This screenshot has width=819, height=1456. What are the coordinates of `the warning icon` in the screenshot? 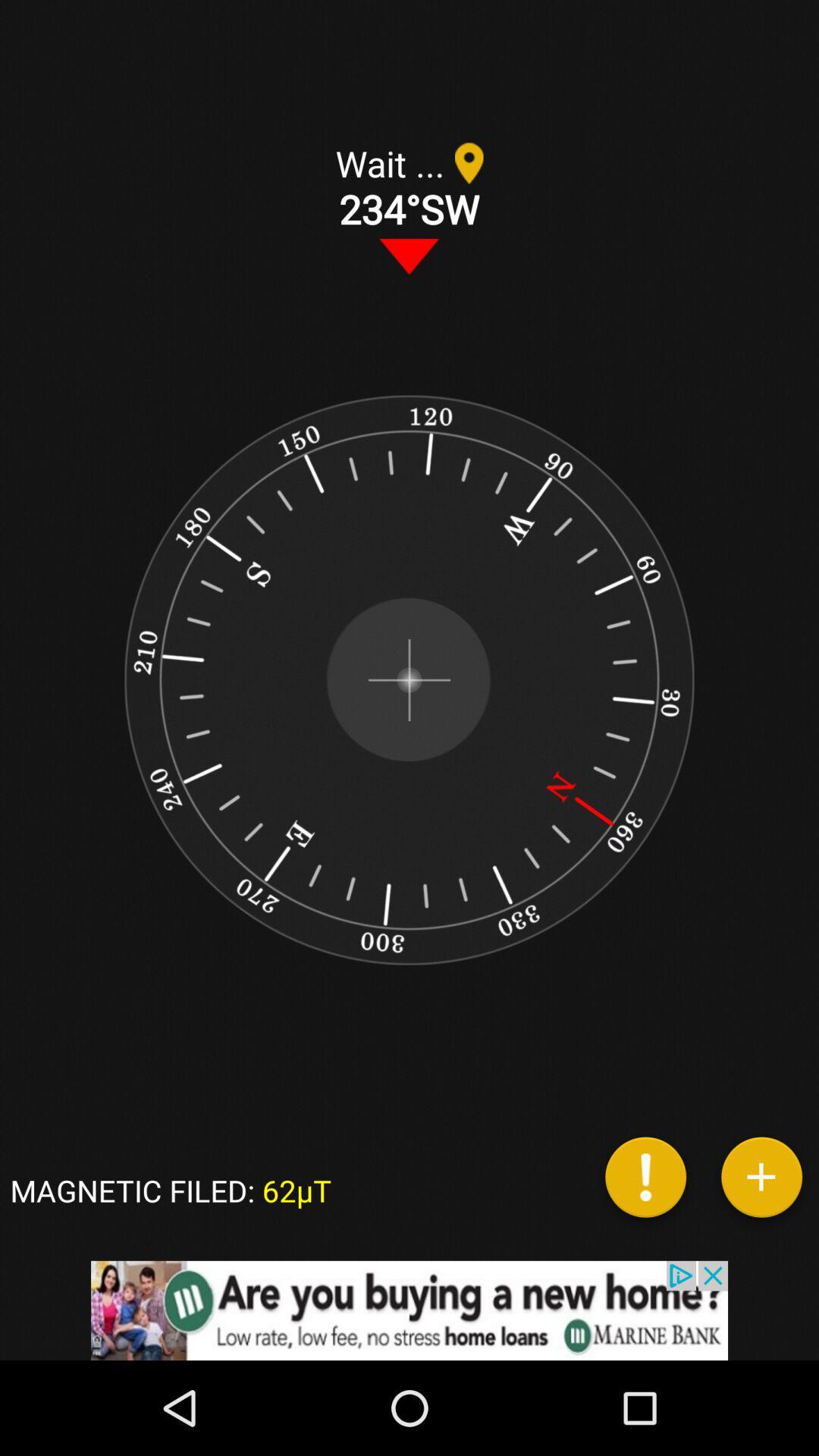 It's located at (645, 1182).